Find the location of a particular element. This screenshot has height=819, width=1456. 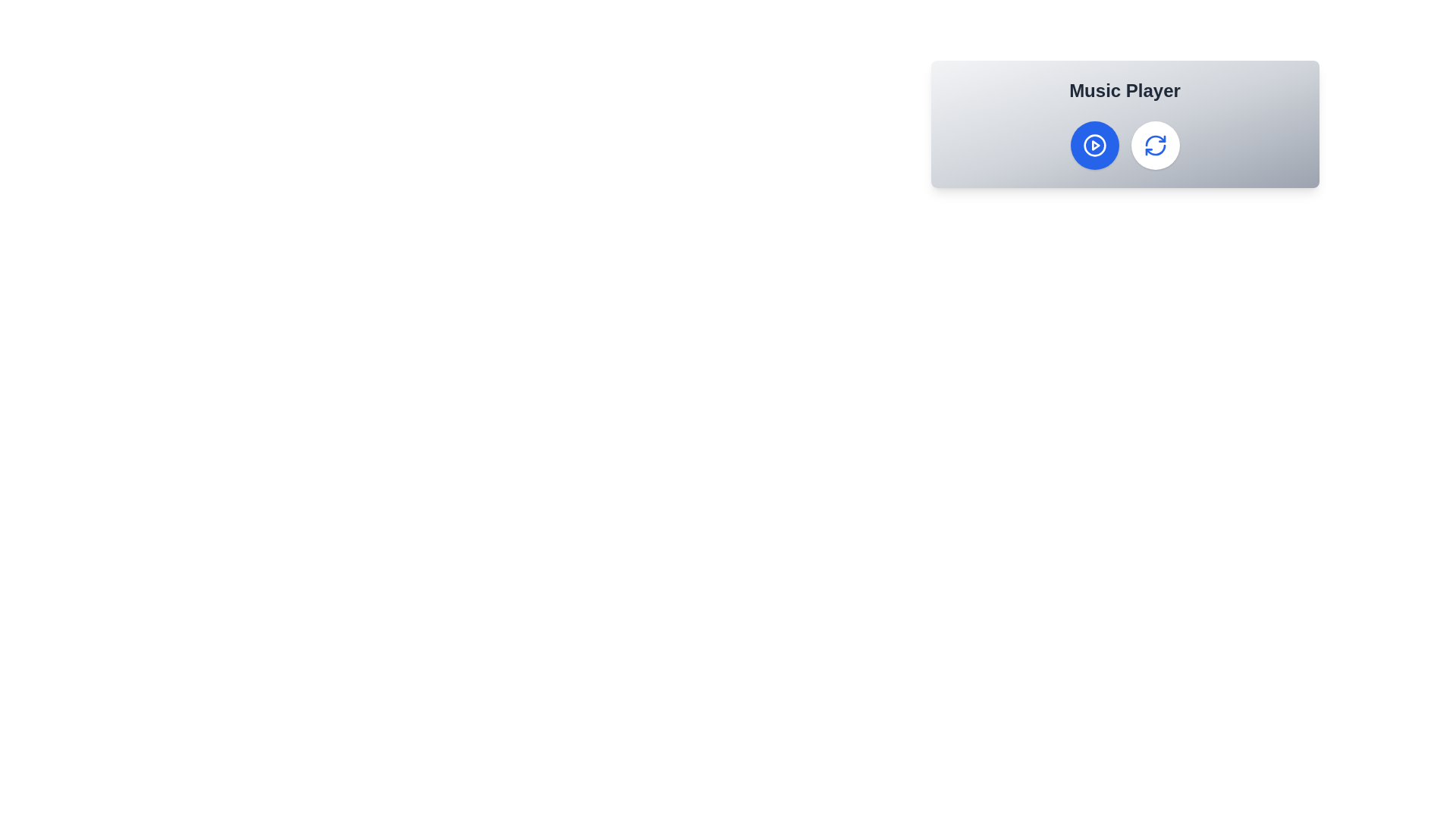

the circular outline icon of the play button located beneath the 'Music Player' label is located at coordinates (1094, 146).